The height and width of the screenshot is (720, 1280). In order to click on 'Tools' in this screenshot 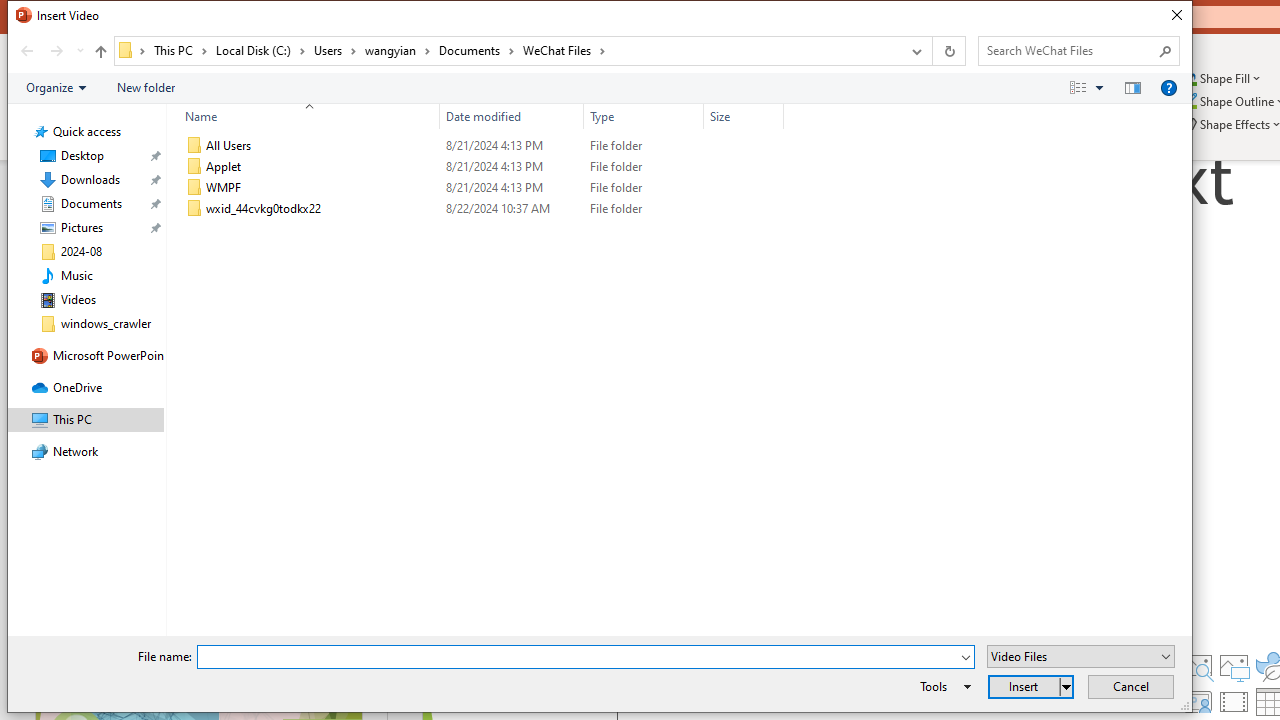, I will do `click(941, 685)`.